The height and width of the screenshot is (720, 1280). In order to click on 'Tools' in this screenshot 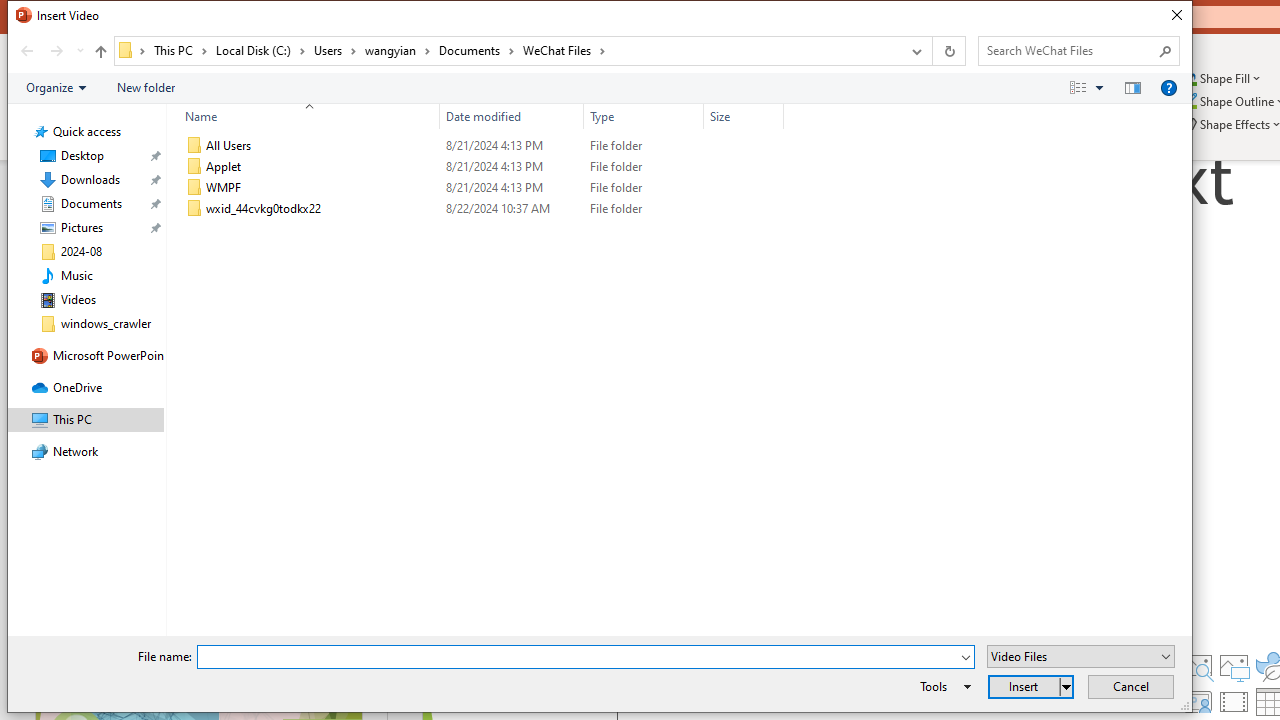, I will do `click(941, 685)`.